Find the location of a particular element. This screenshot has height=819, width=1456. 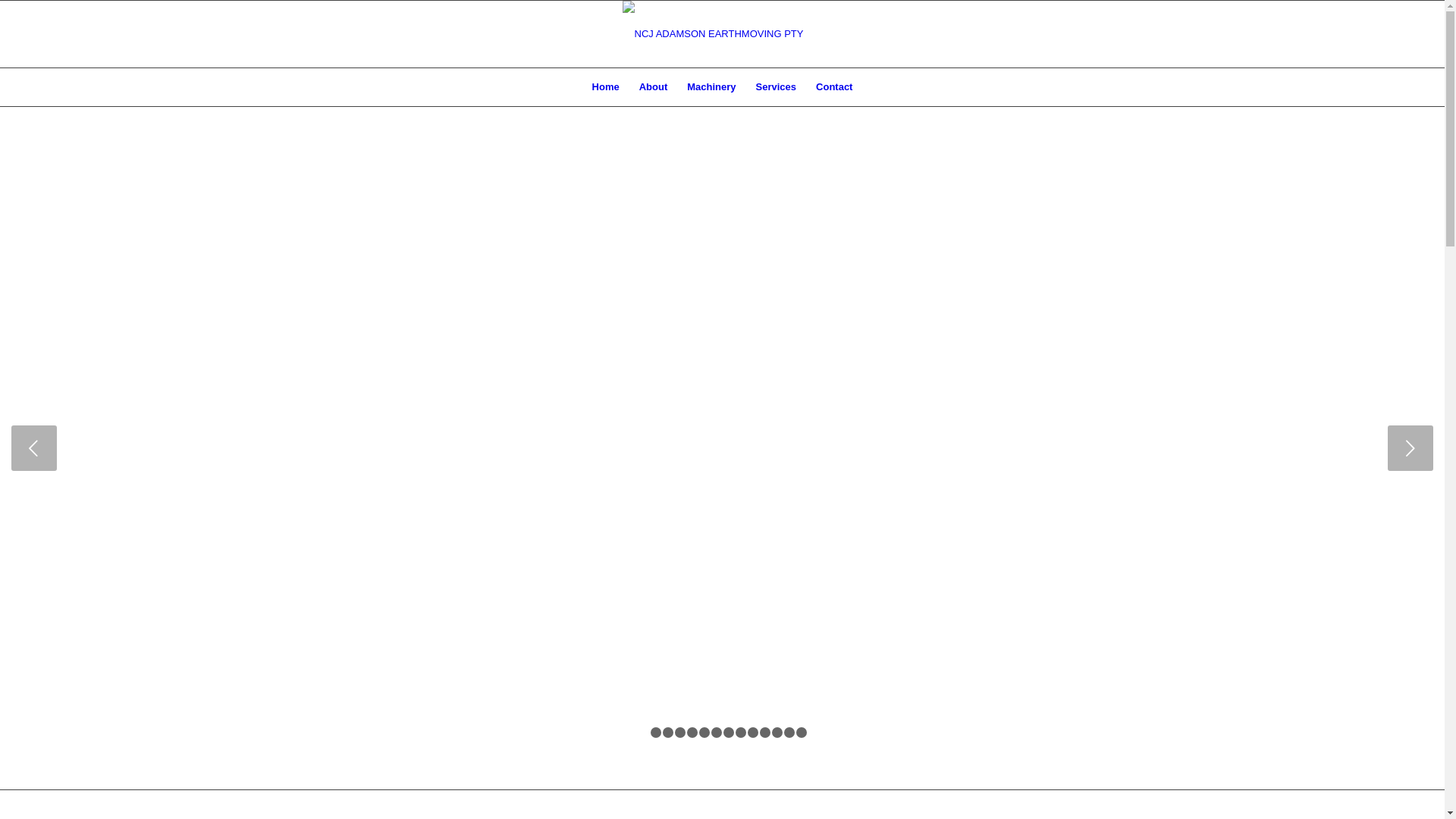

'14' is located at coordinates (800, 731).